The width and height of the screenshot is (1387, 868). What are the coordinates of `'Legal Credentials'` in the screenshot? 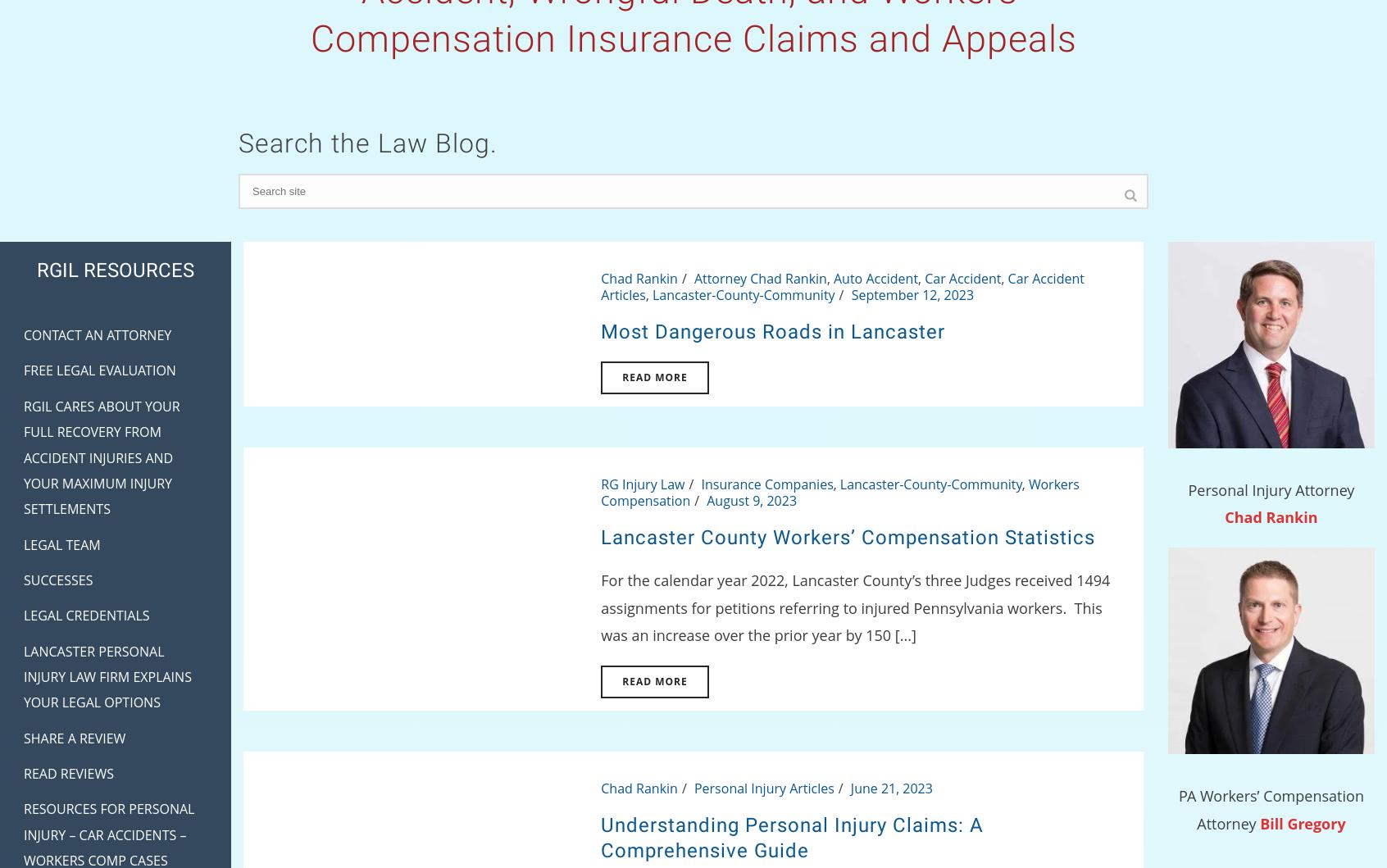 It's located at (22, 615).